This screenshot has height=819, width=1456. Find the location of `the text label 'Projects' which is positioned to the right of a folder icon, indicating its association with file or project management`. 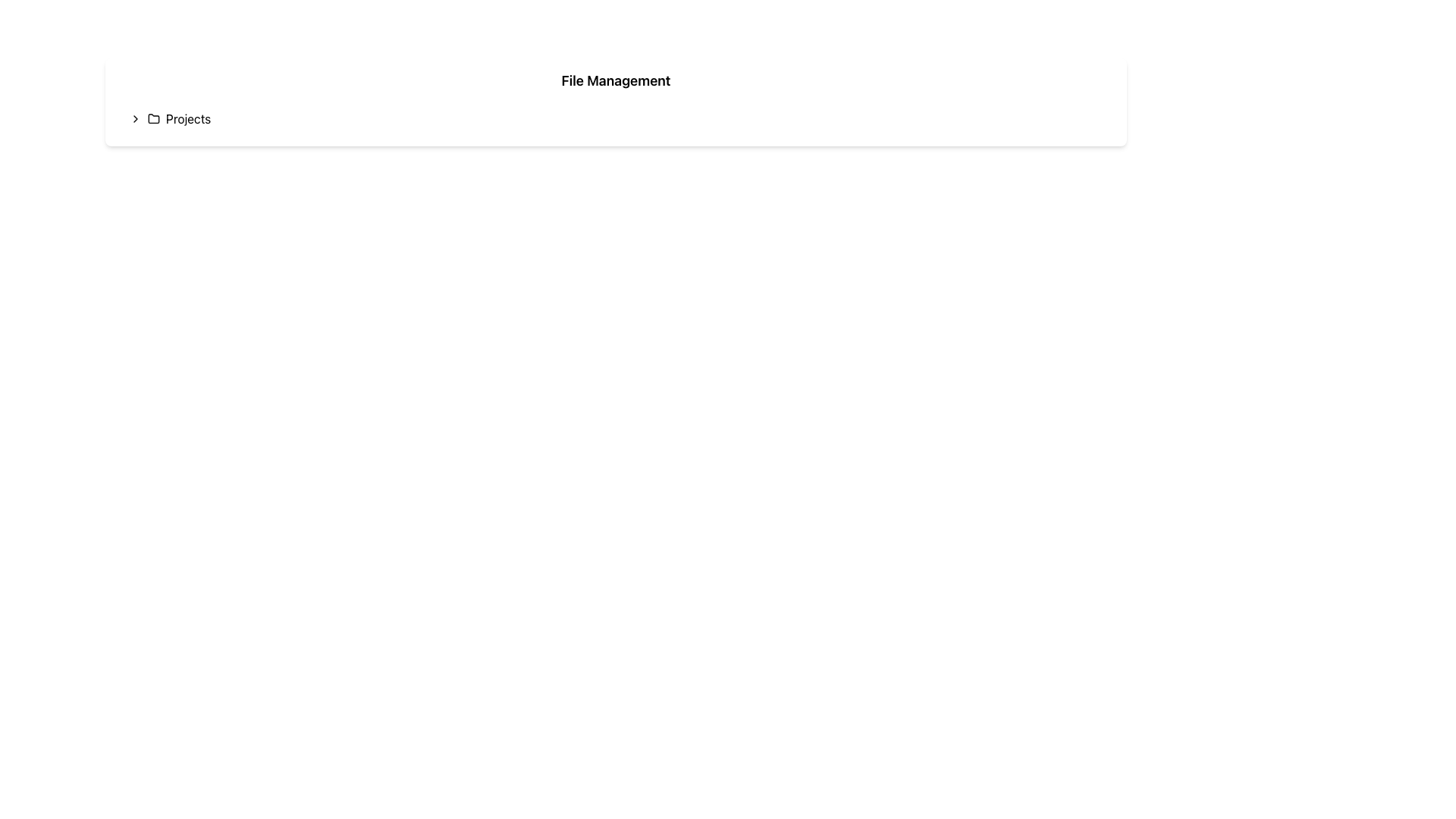

the text label 'Projects' which is positioned to the right of a folder icon, indicating its association with file or project management is located at coordinates (187, 118).